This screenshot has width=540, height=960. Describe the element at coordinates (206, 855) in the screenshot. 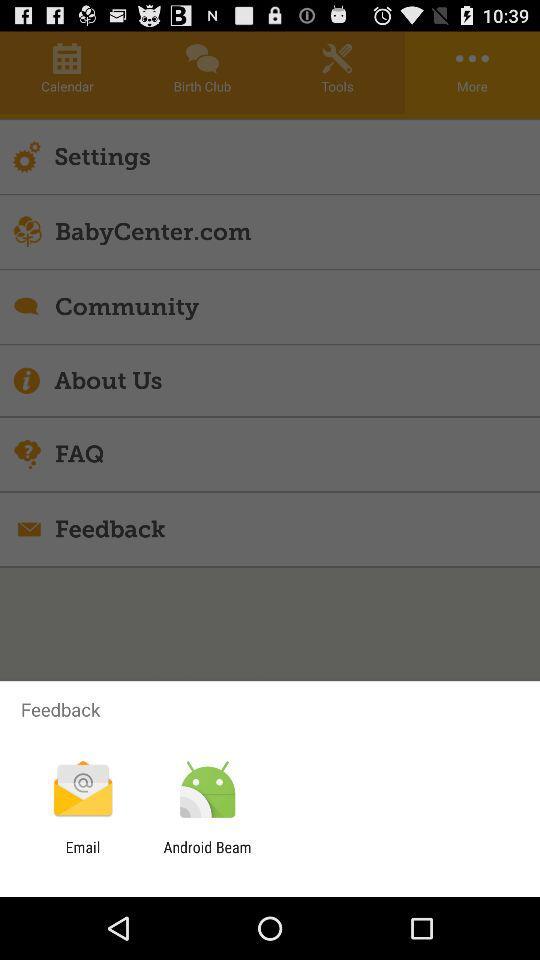

I see `app next to the email icon` at that location.